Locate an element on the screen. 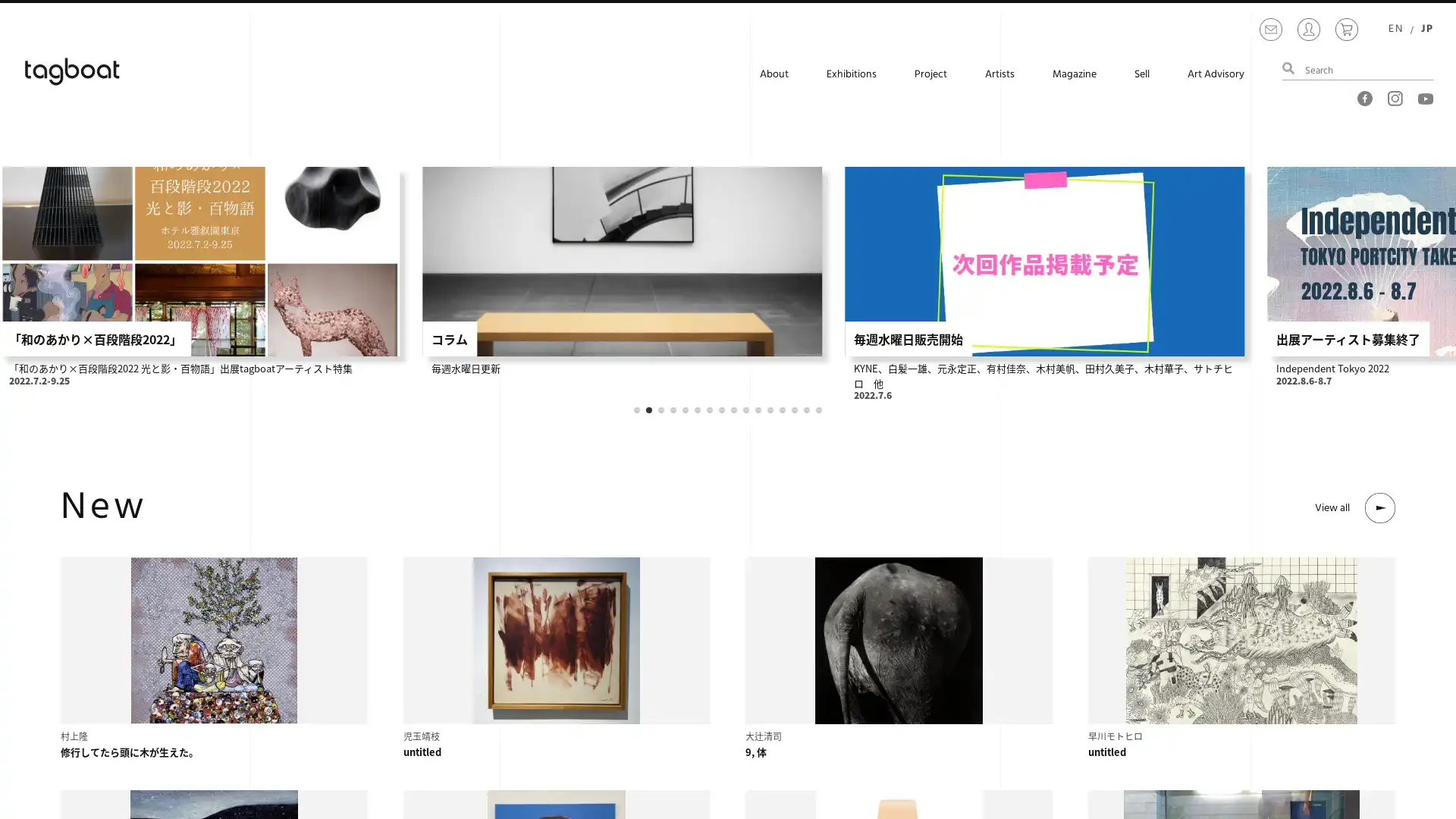 This screenshot has width=1456, height=819. Go to slide 4 is located at coordinates (673, 409).